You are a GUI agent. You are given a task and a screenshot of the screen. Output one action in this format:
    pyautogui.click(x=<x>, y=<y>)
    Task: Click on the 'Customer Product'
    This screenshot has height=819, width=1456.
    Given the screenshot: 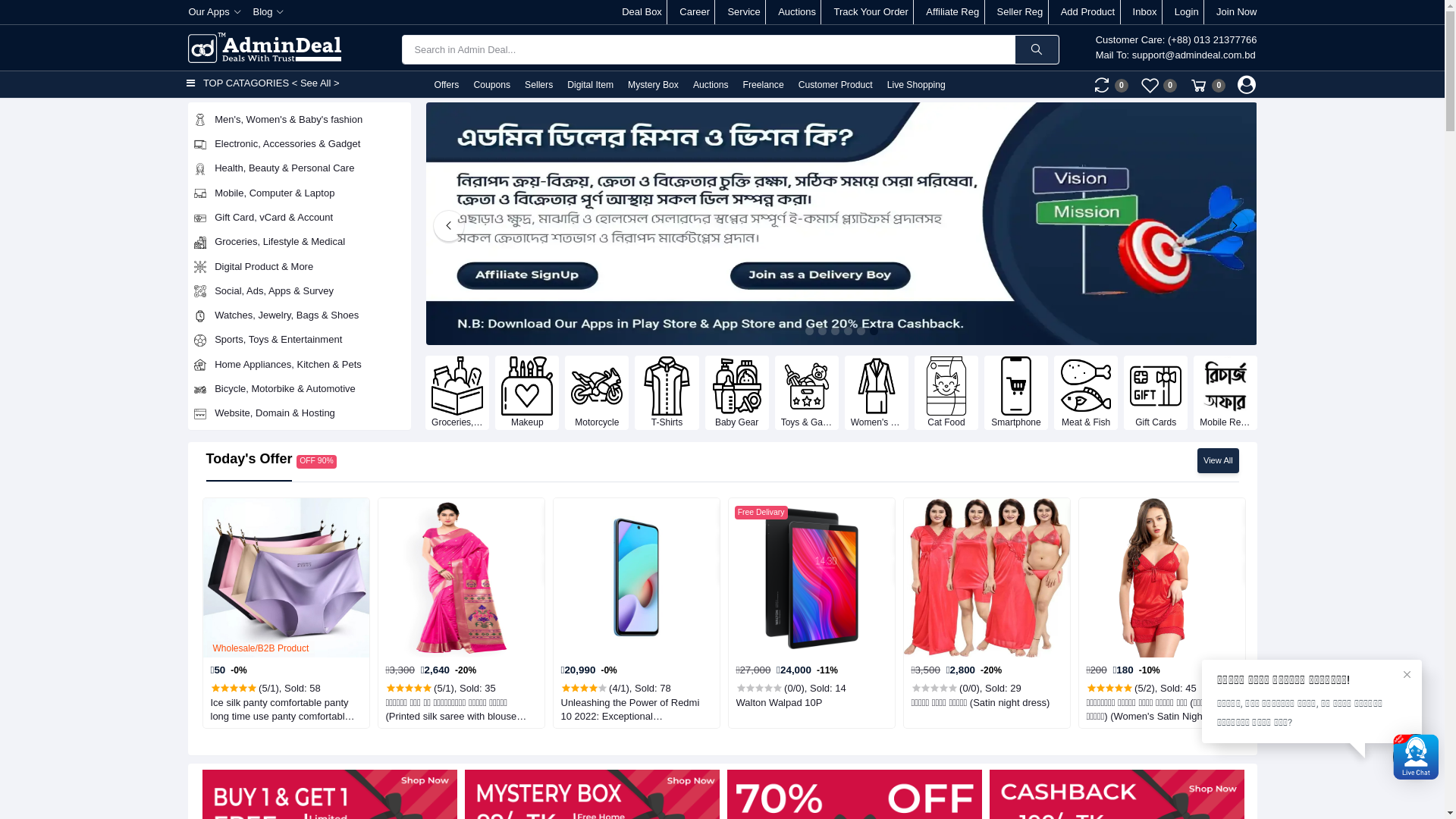 What is the action you would take?
    pyautogui.click(x=833, y=84)
    